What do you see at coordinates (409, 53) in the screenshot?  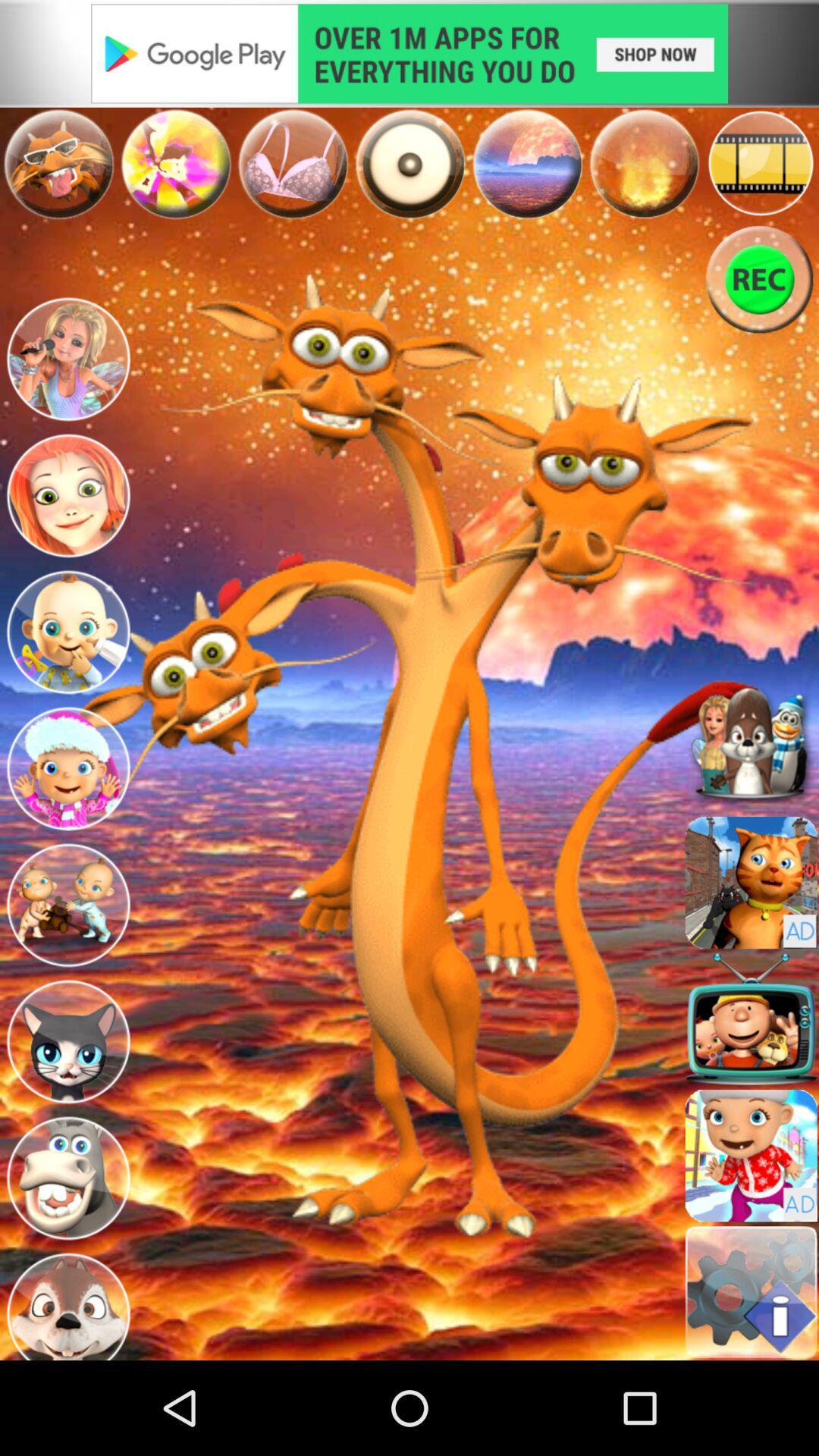 I see `open advertisement` at bounding box center [409, 53].